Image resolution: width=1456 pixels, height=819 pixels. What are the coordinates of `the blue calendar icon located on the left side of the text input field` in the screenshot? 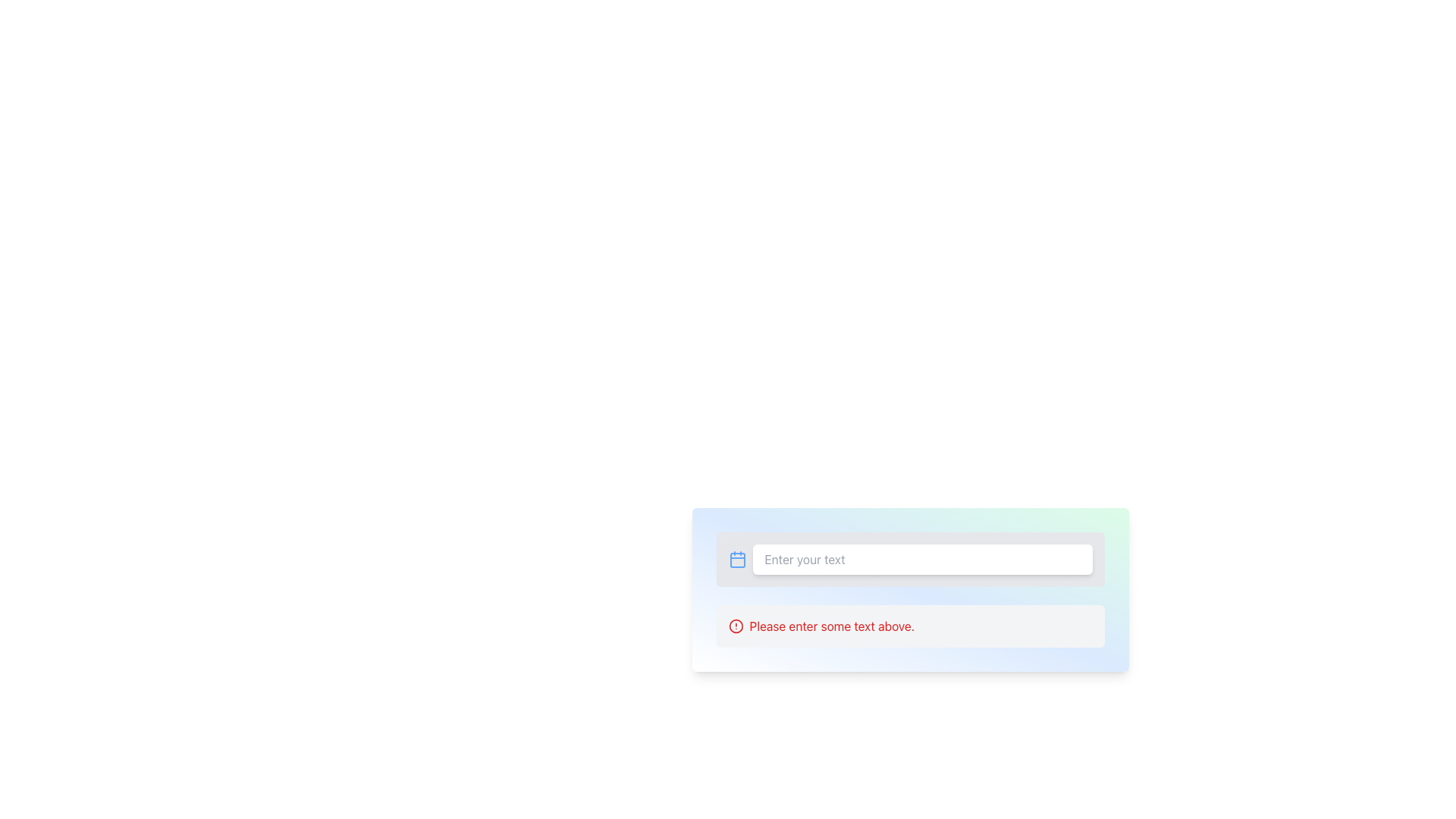 It's located at (737, 559).